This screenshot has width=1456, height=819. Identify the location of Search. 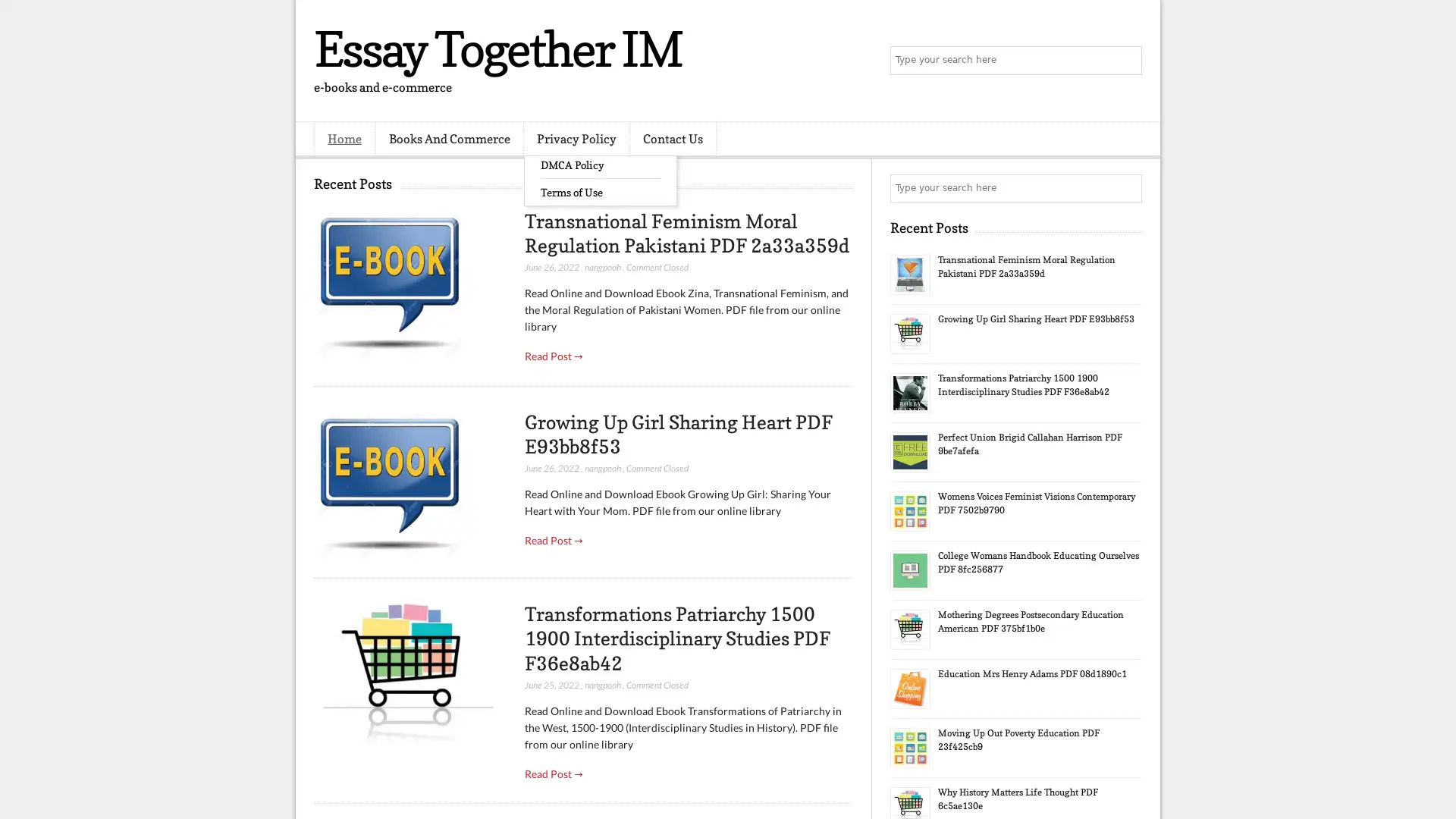
(1126, 61).